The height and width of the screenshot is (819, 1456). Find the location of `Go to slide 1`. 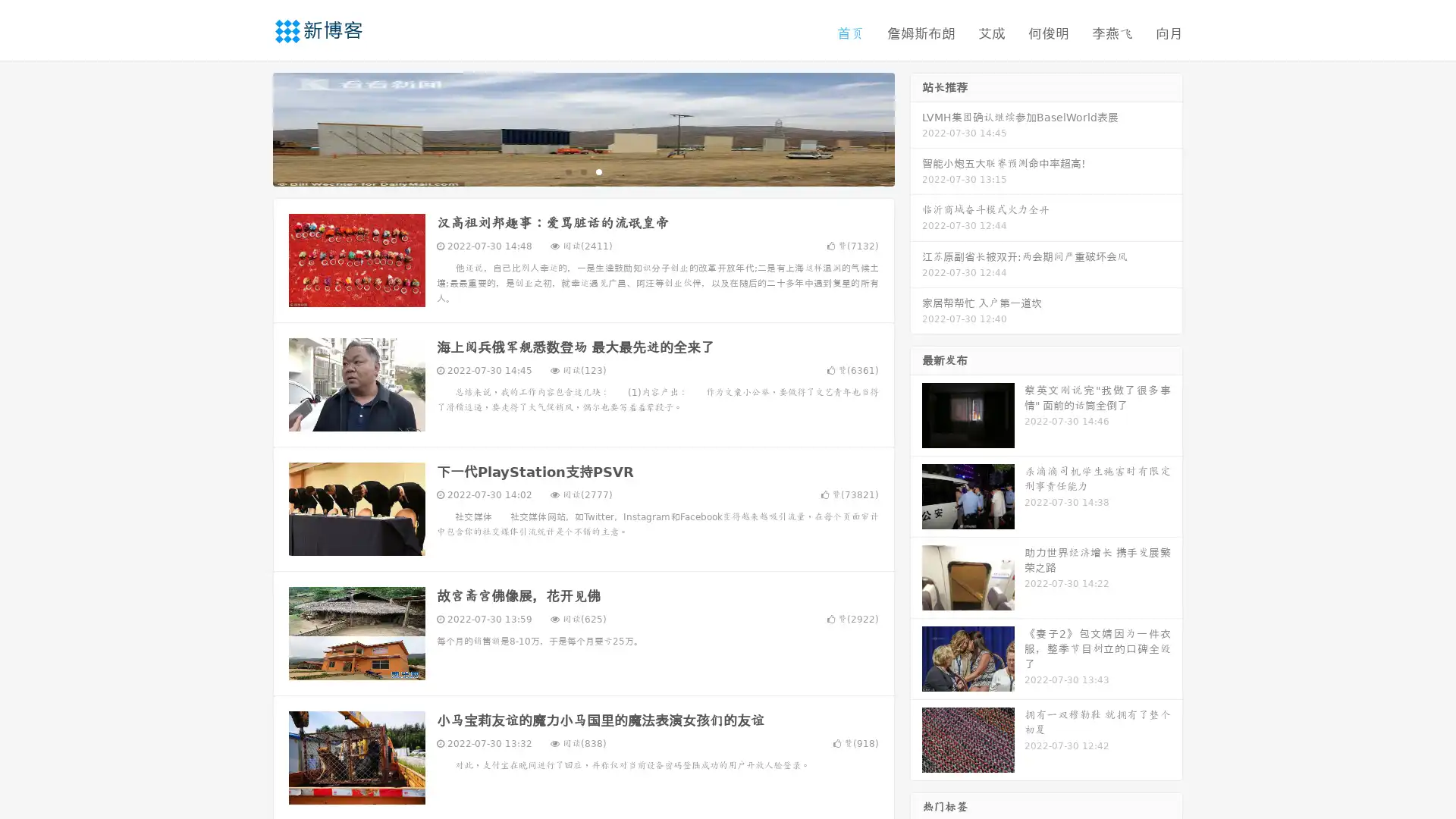

Go to slide 1 is located at coordinates (567, 171).